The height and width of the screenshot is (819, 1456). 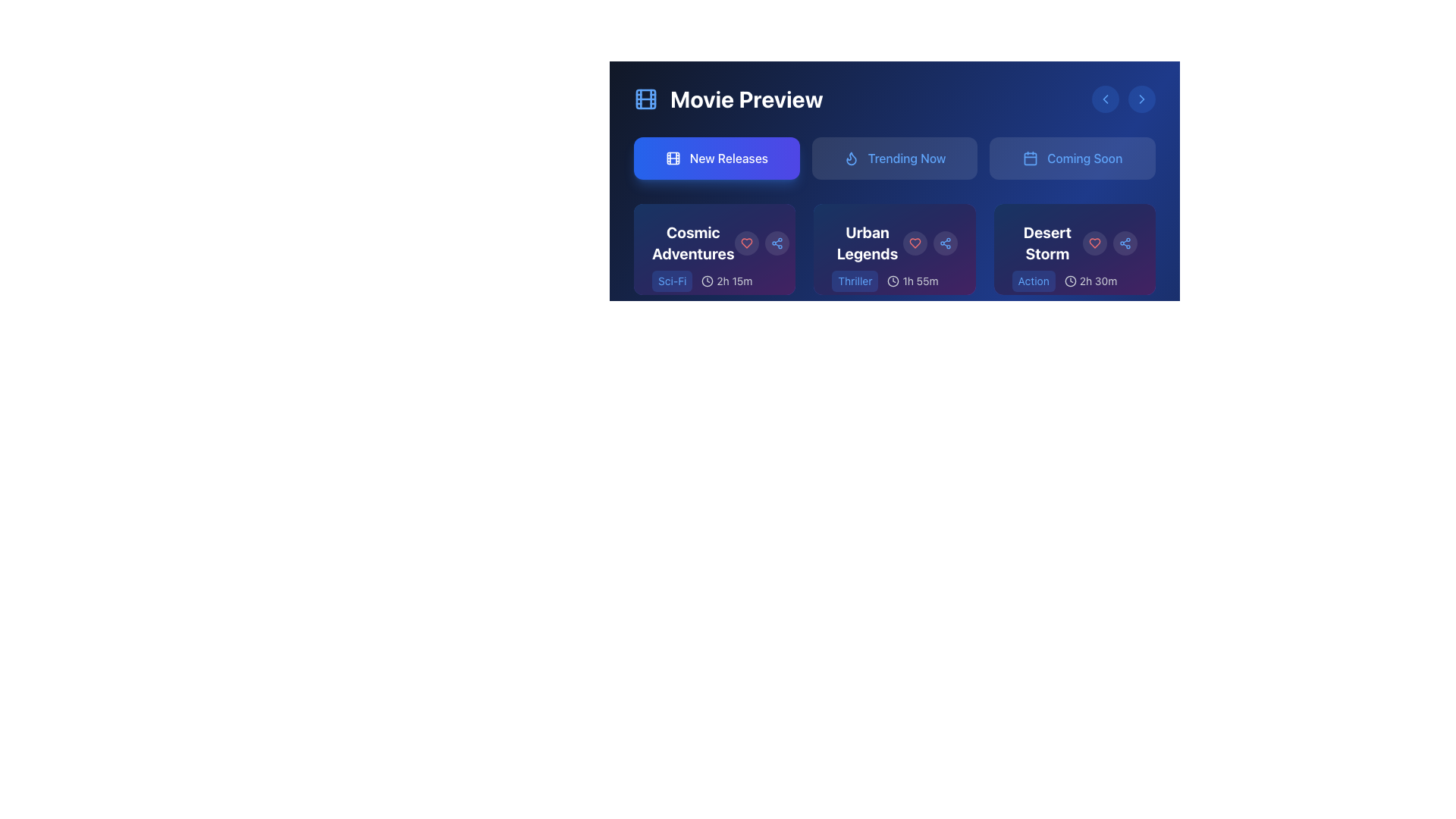 What do you see at coordinates (1030, 158) in the screenshot?
I see `the 'Coming Soon' button which contains the blue calendar icon with binder rings at the top` at bounding box center [1030, 158].